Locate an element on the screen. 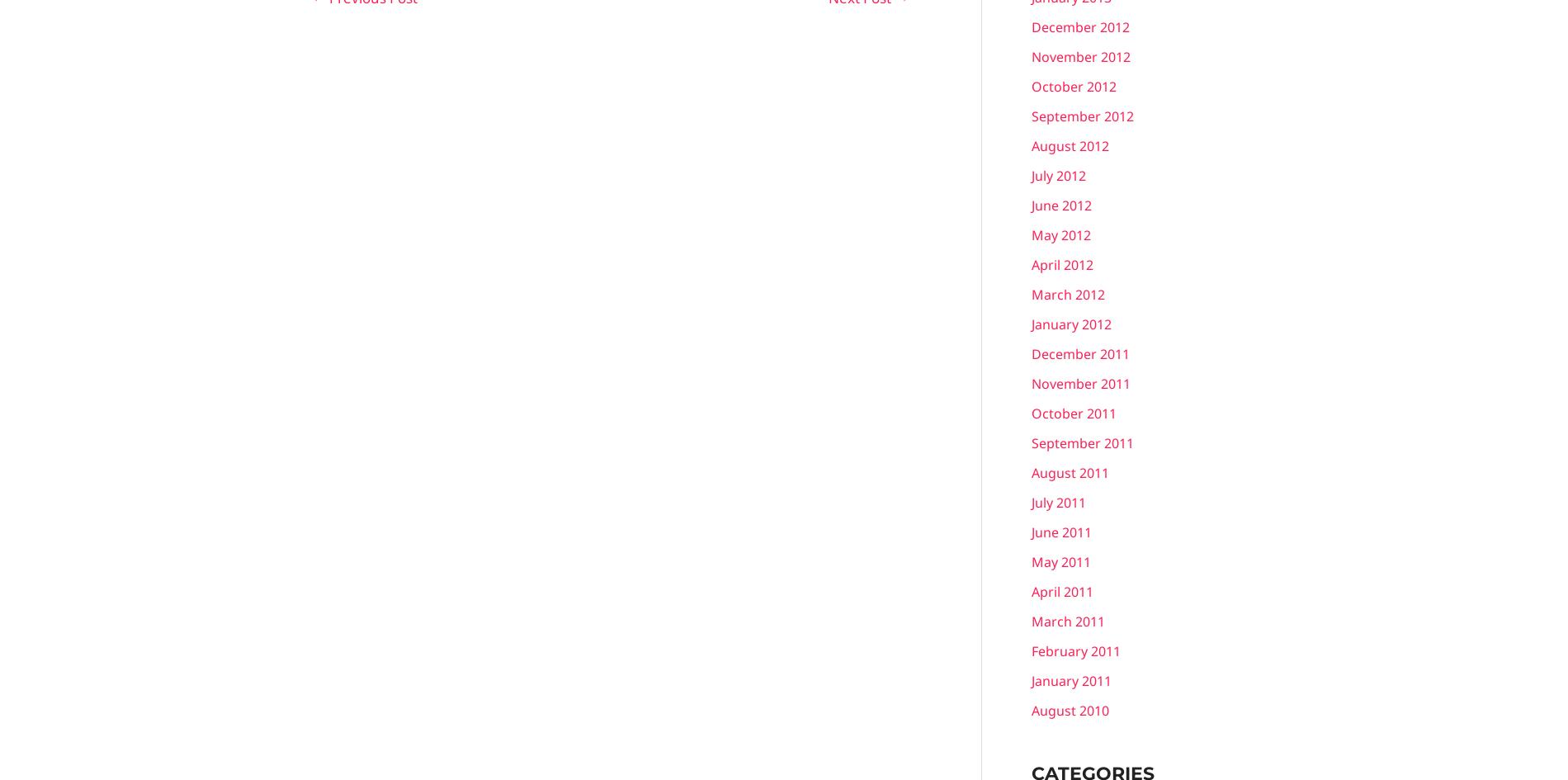 This screenshot has height=780, width=1568. 'November 2011' is located at coordinates (1080, 382).